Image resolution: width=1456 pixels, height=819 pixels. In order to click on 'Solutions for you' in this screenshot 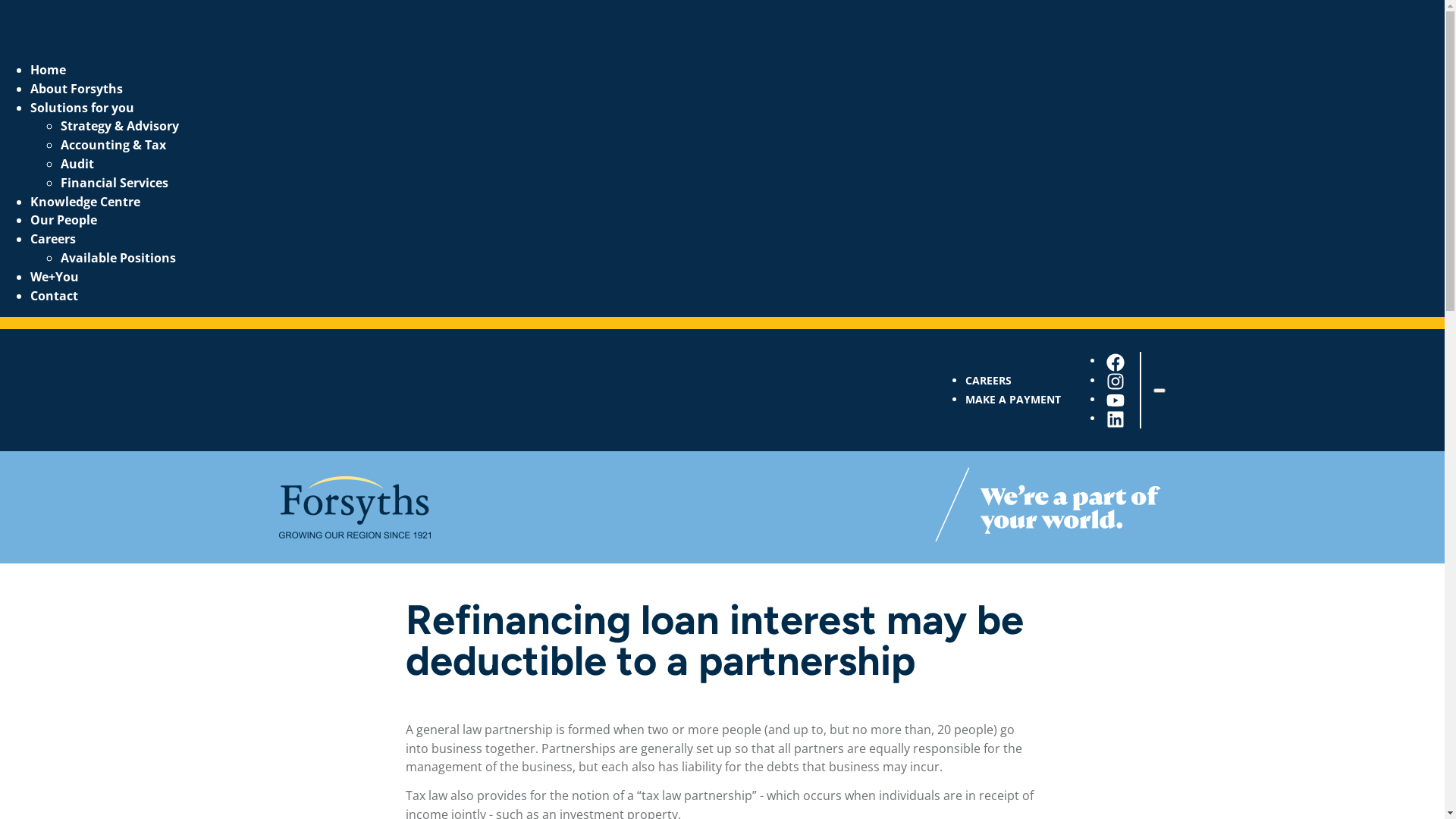, I will do `click(81, 107)`.